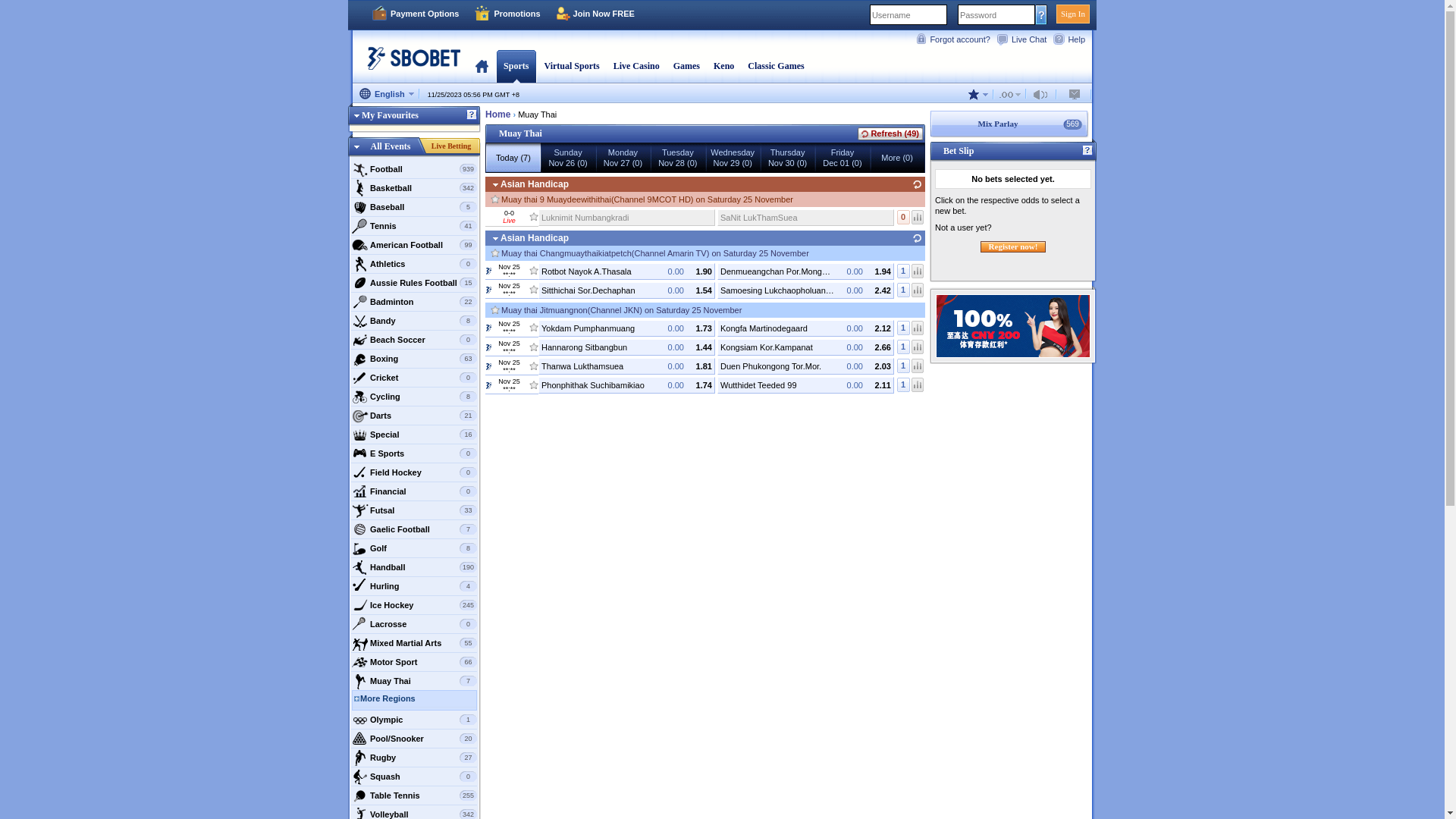 This screenshot has height=819, width=1456. I want to click on 'Field Hockey, so click(414, 472).